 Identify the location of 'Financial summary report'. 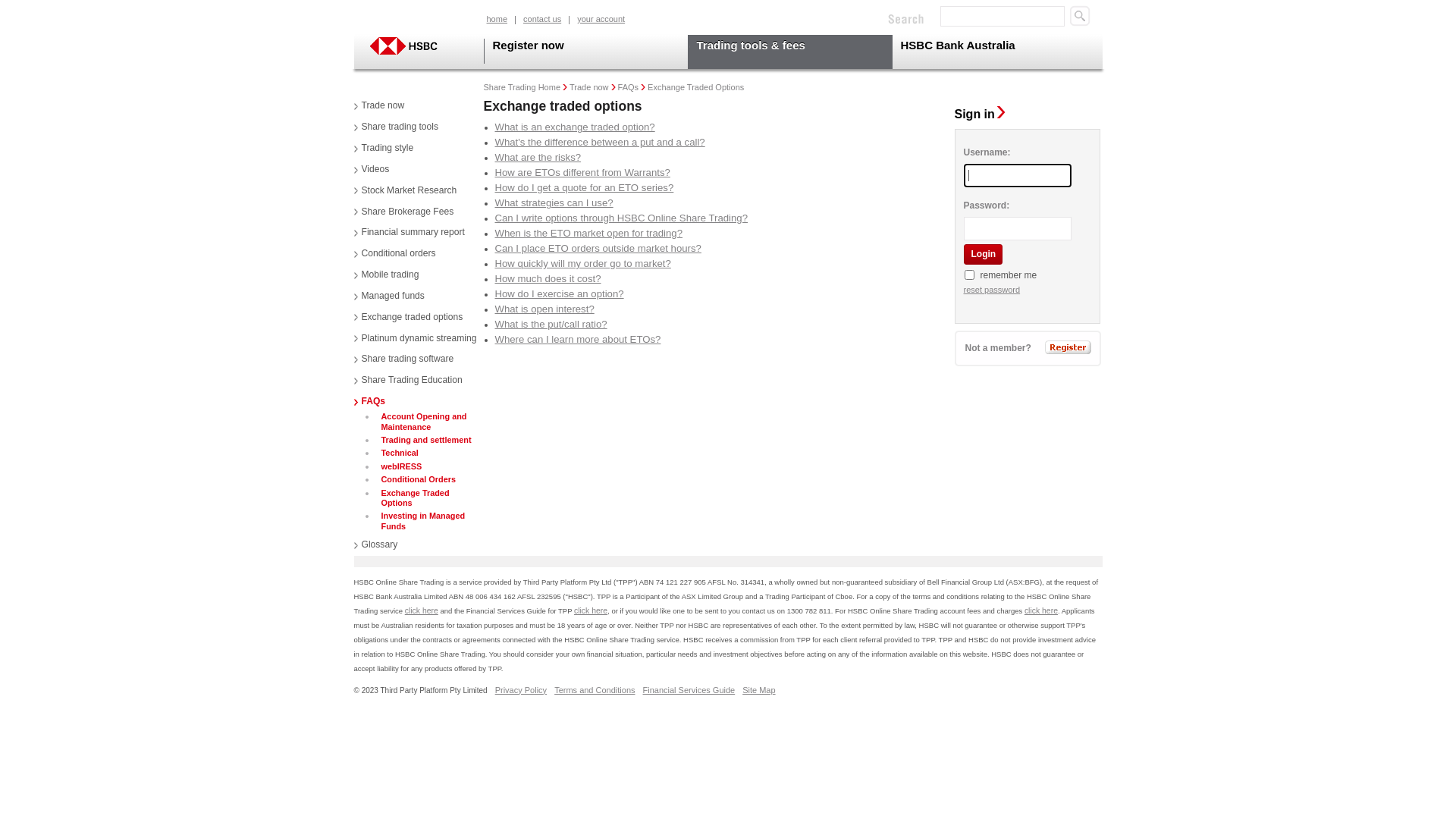
(408, 233).